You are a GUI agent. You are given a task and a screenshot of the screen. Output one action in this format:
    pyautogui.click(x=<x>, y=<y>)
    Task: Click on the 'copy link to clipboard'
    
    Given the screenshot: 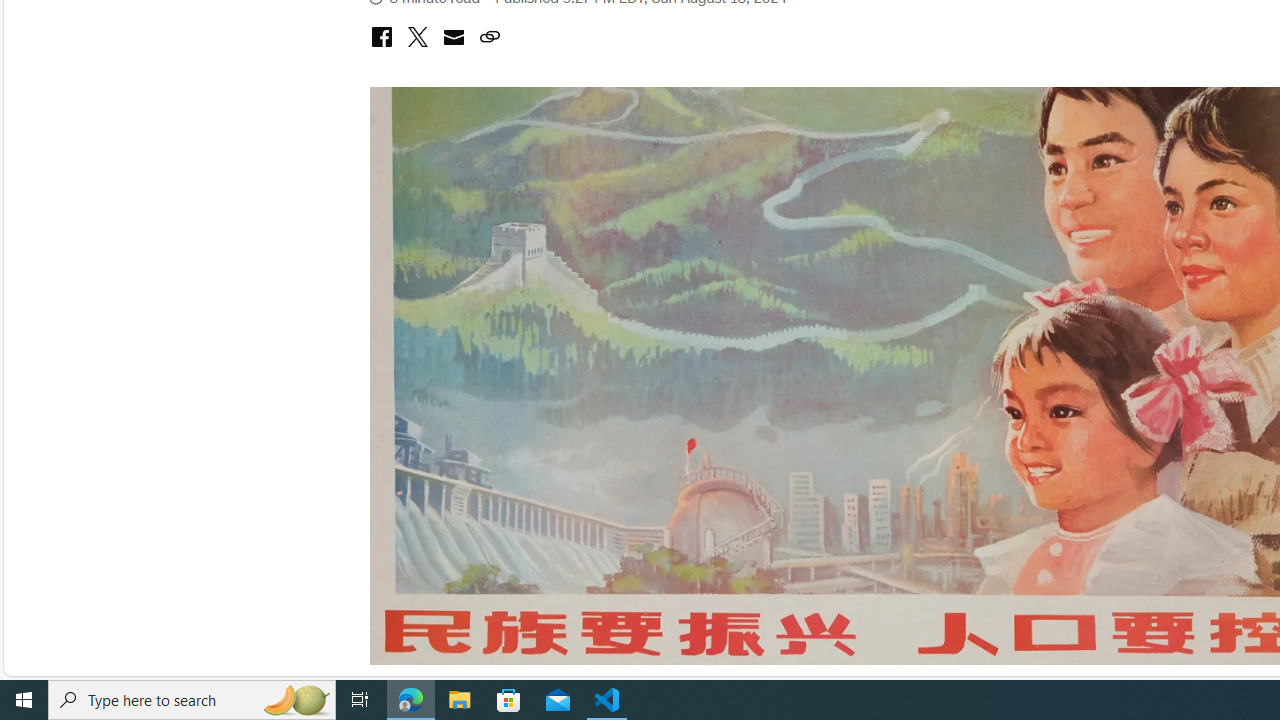 What is the action you would take?
    pyautogui.click(x=489, y=38)
    